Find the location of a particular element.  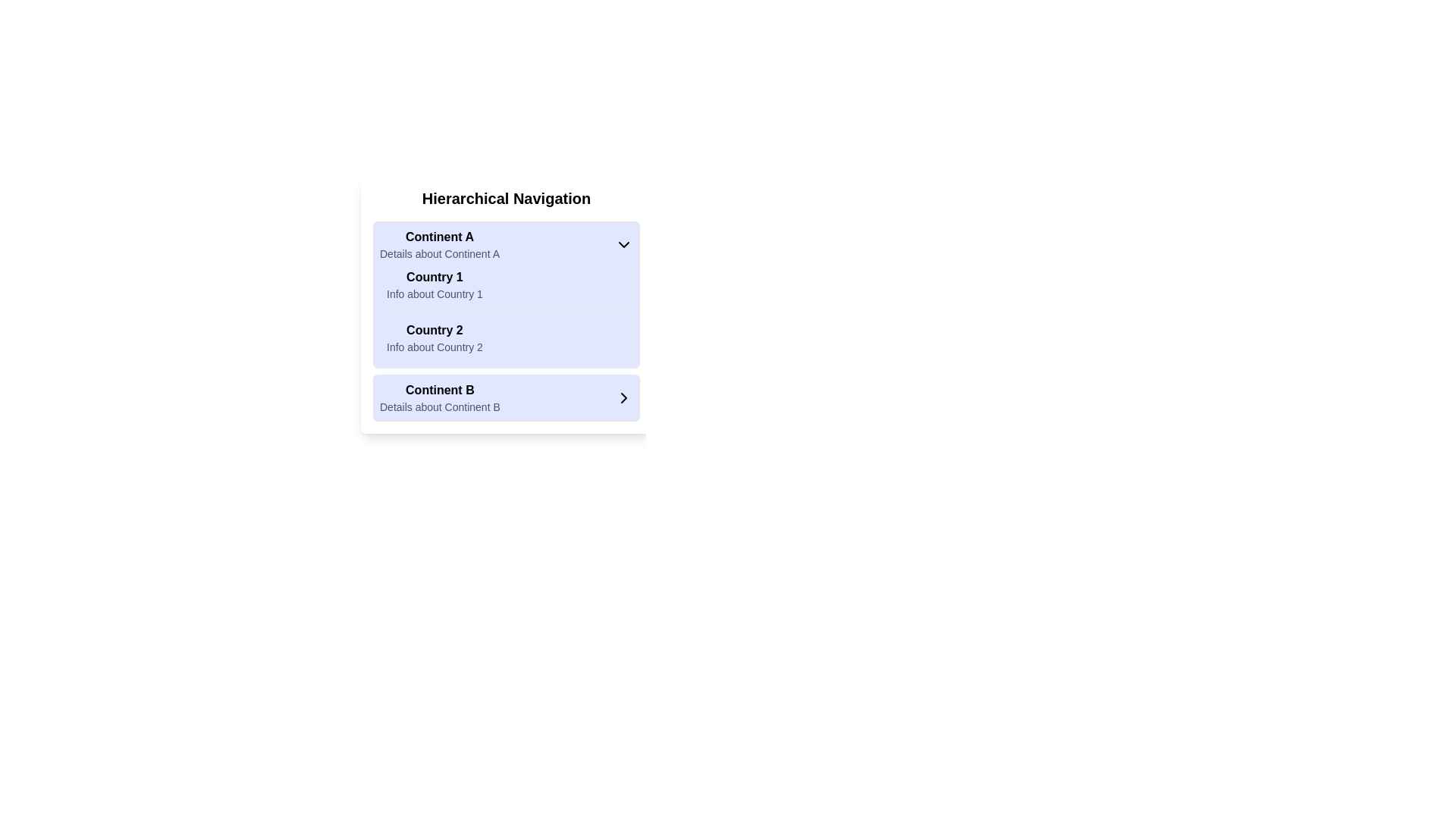

the chevron icon for expanding or collapsing details related to 'Continent A', which is located at the far right of the section aligning with the text 'Details about Continent A.' is located at coordinates (623, 244).